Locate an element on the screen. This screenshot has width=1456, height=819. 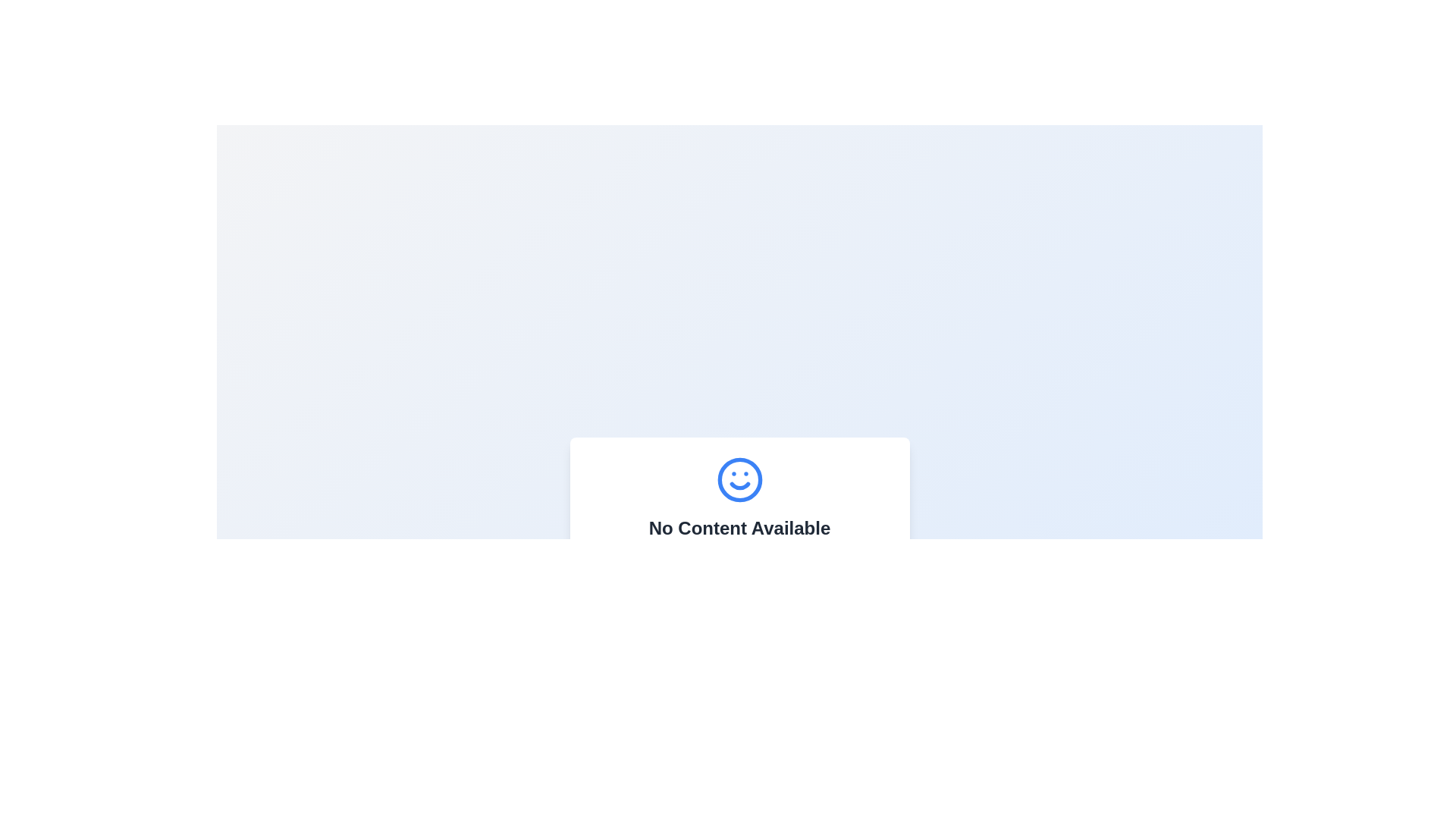
the smiley face icon with a blue color and circular border, which is centrally placed at the top section of the white box above the heading 'No Content Available' is located at coordinates (739, 479).